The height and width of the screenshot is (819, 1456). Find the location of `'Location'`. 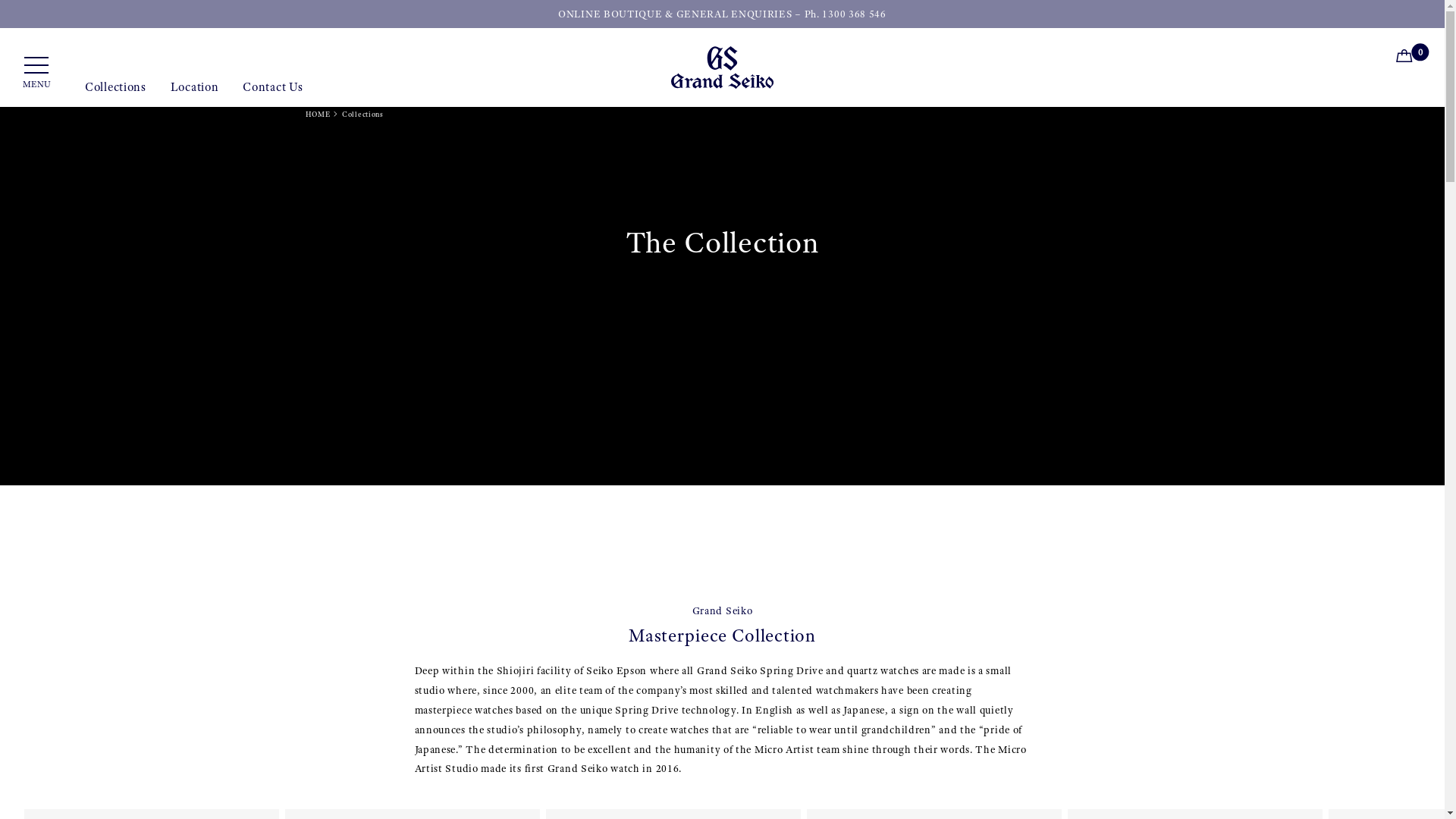

'Location' is located at coordinates (194, 93).